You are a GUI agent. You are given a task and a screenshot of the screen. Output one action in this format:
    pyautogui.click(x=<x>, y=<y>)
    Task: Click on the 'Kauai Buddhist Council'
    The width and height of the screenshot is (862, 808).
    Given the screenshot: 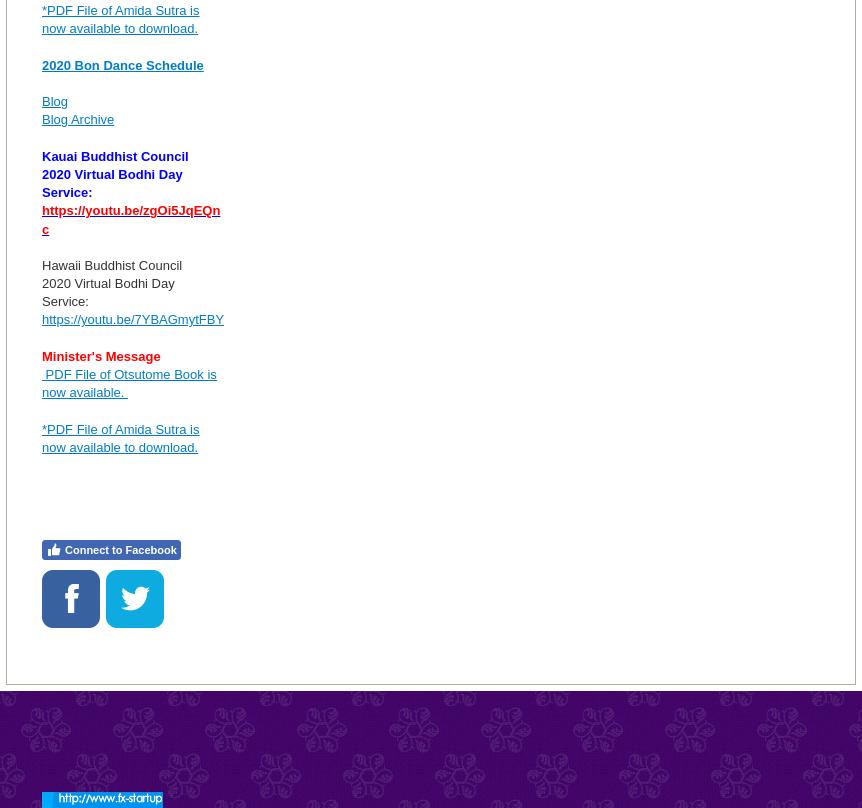 What is the action you would take?
    pyautogui.click(x=113, y=154)
    